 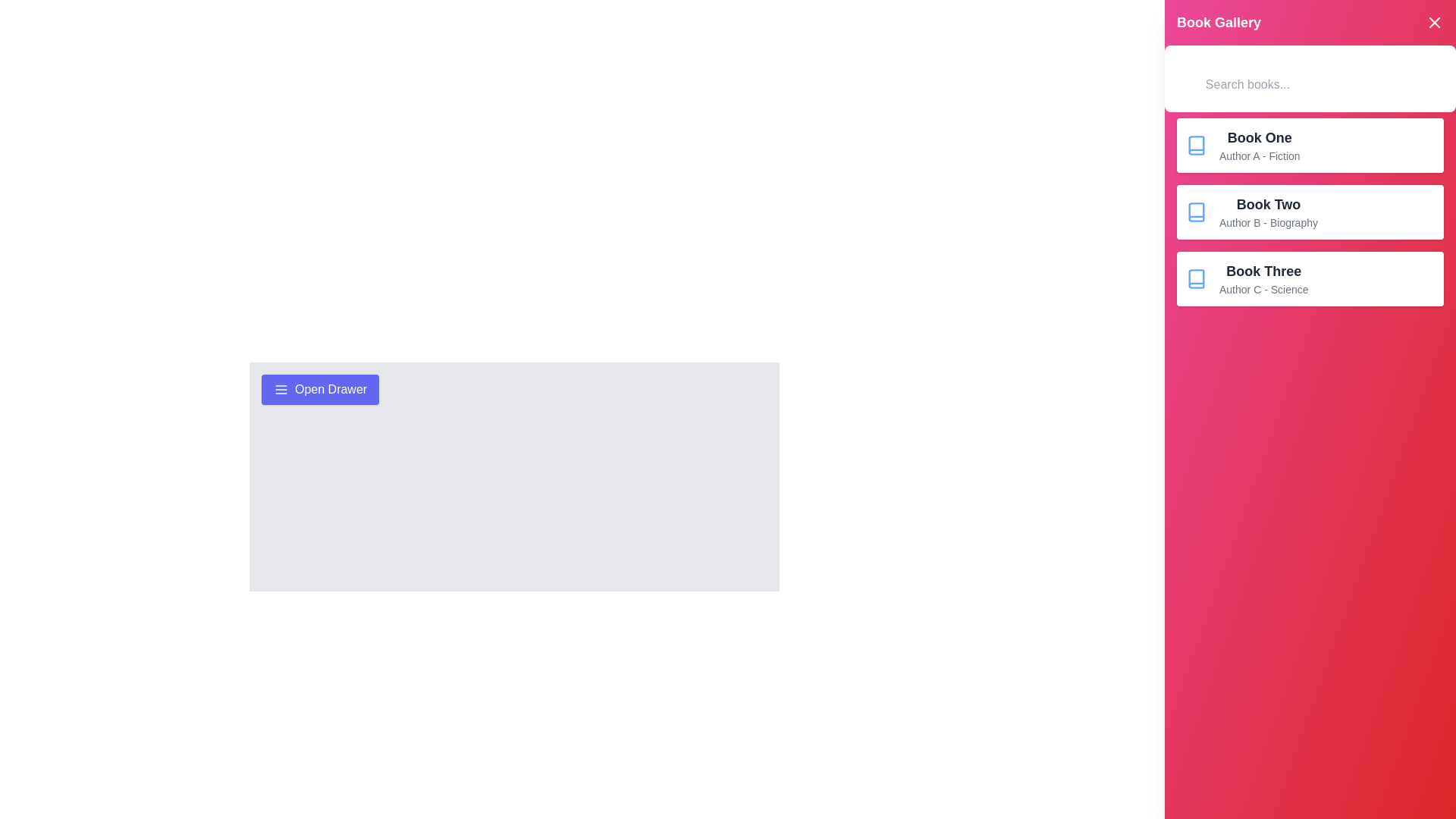 What do you see at coordinates (319, 388) in the screenshot?
I see `toggle button to change the drawer's state` at bounding box center [319, 388].